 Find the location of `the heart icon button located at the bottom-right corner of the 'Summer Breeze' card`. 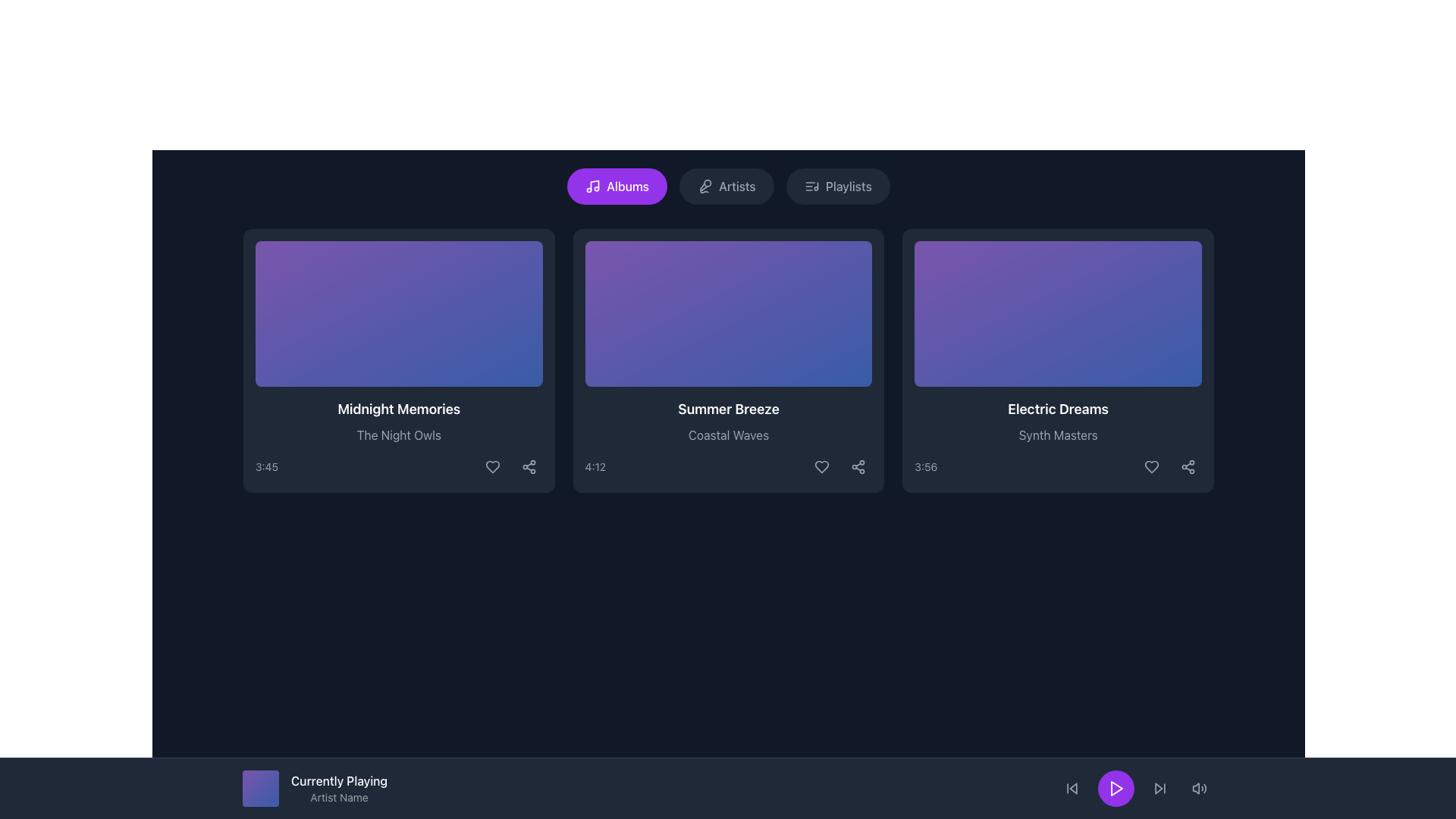

the heart icon button located at the bottom-right corner of the 'Summer Breeze' card is located at coordinates (821, 466).